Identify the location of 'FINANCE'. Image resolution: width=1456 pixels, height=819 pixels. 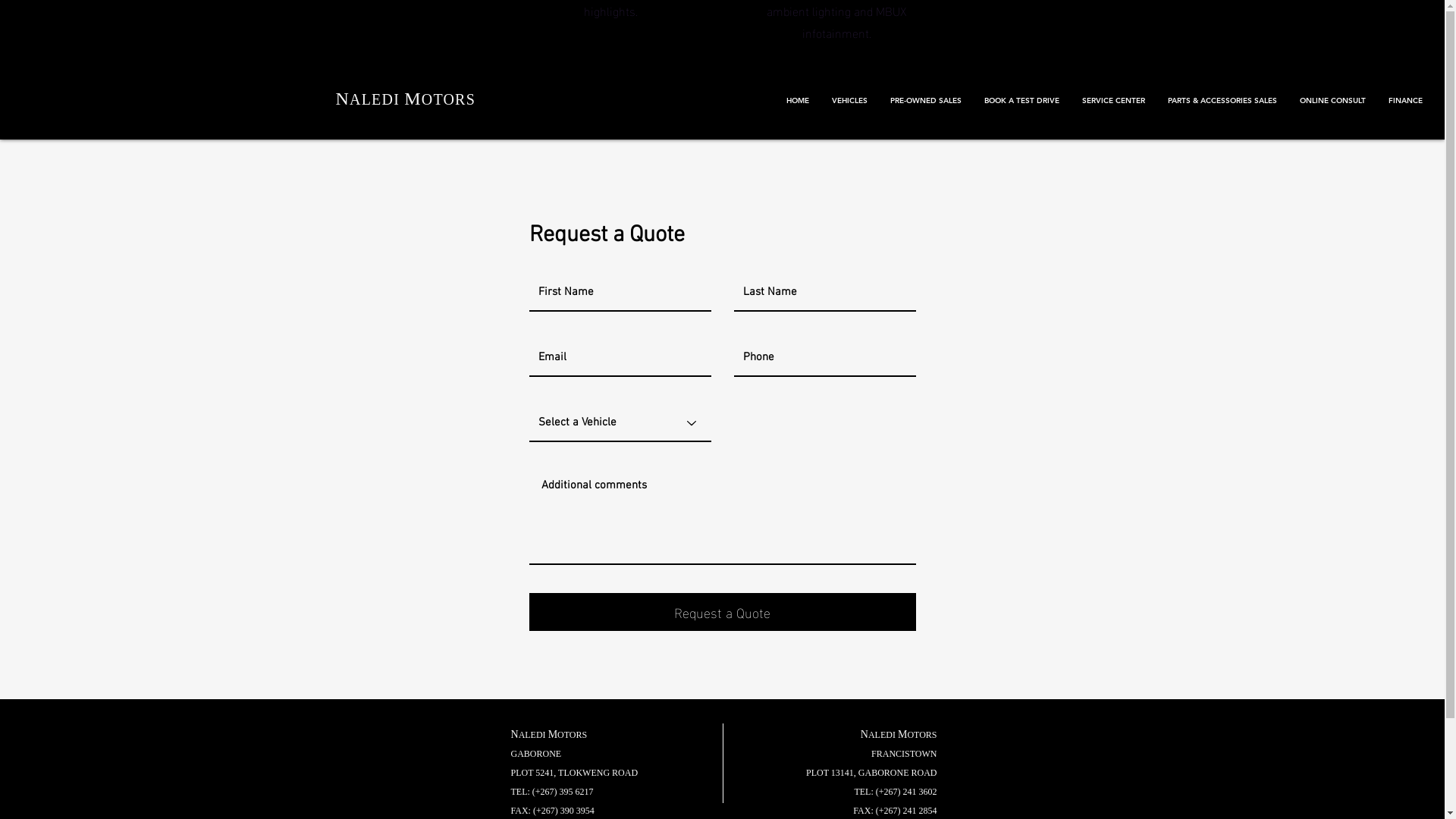
(1404, 100).